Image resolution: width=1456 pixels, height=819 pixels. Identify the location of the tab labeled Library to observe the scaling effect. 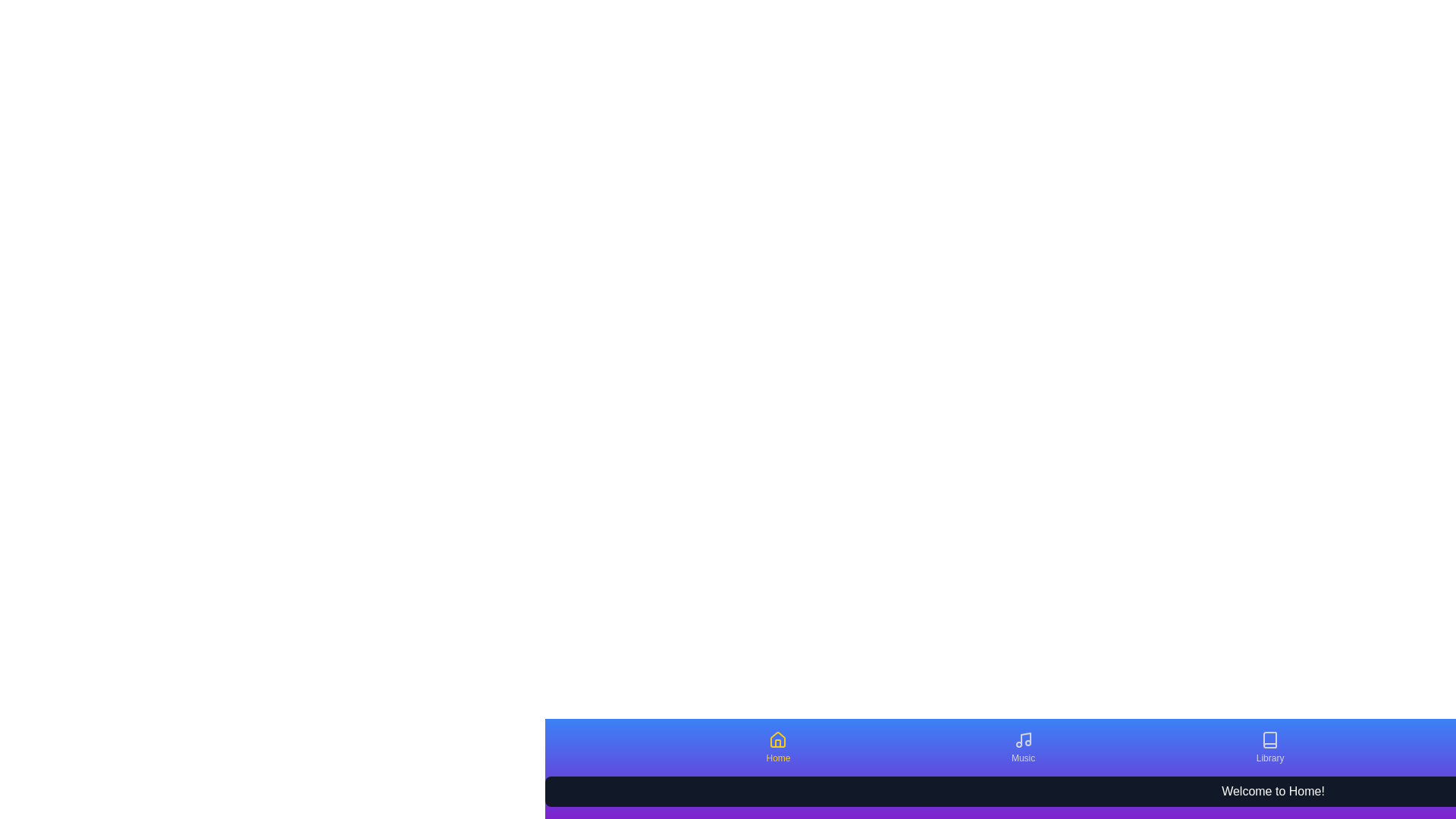
(1270, 747).